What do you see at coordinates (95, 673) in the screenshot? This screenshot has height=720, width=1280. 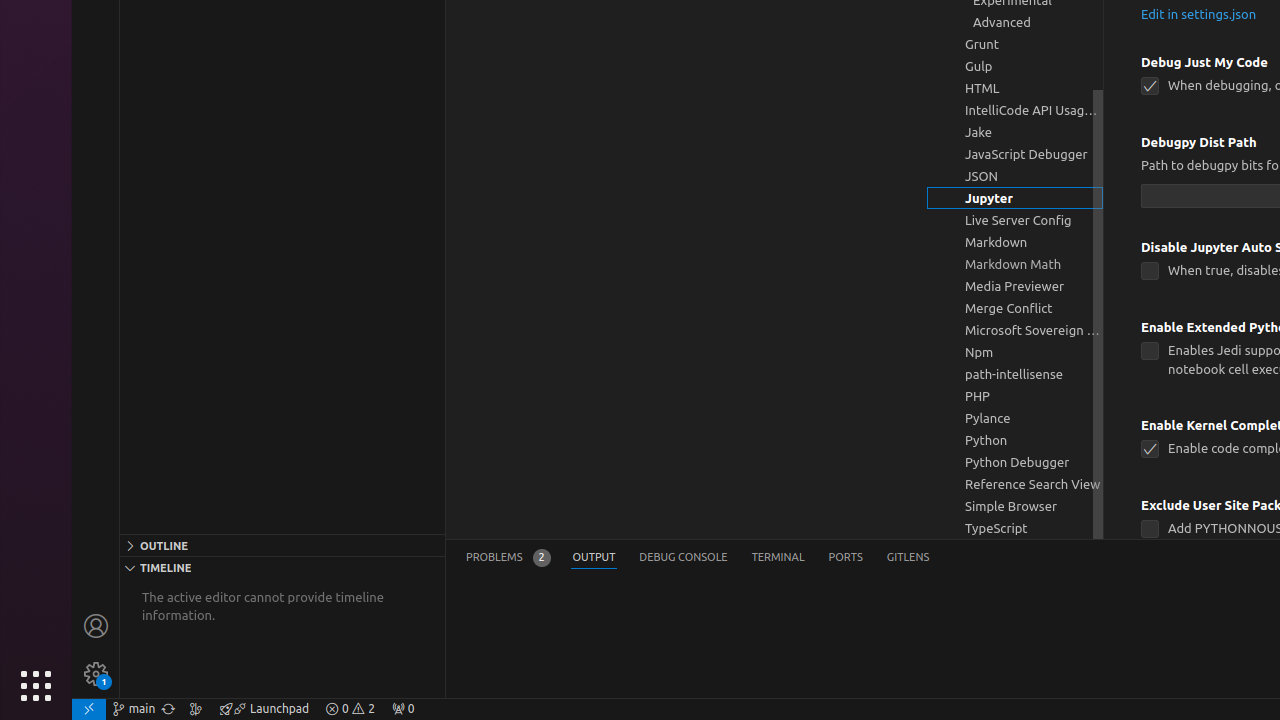 I see `'Manage - New Code update available.'` at bounding box center [95, 673].